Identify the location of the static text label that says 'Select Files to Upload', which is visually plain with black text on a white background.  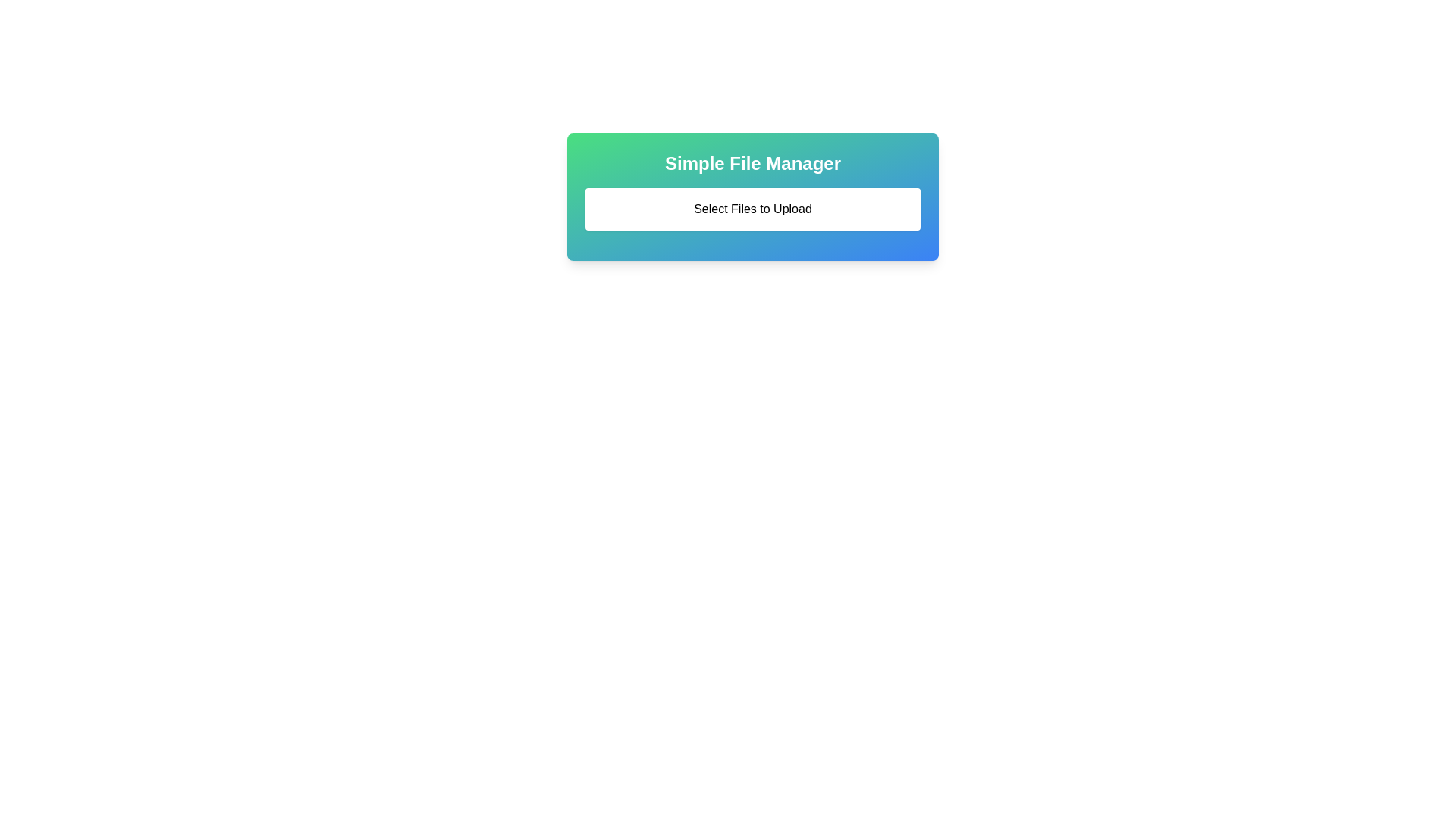
(753, 209).